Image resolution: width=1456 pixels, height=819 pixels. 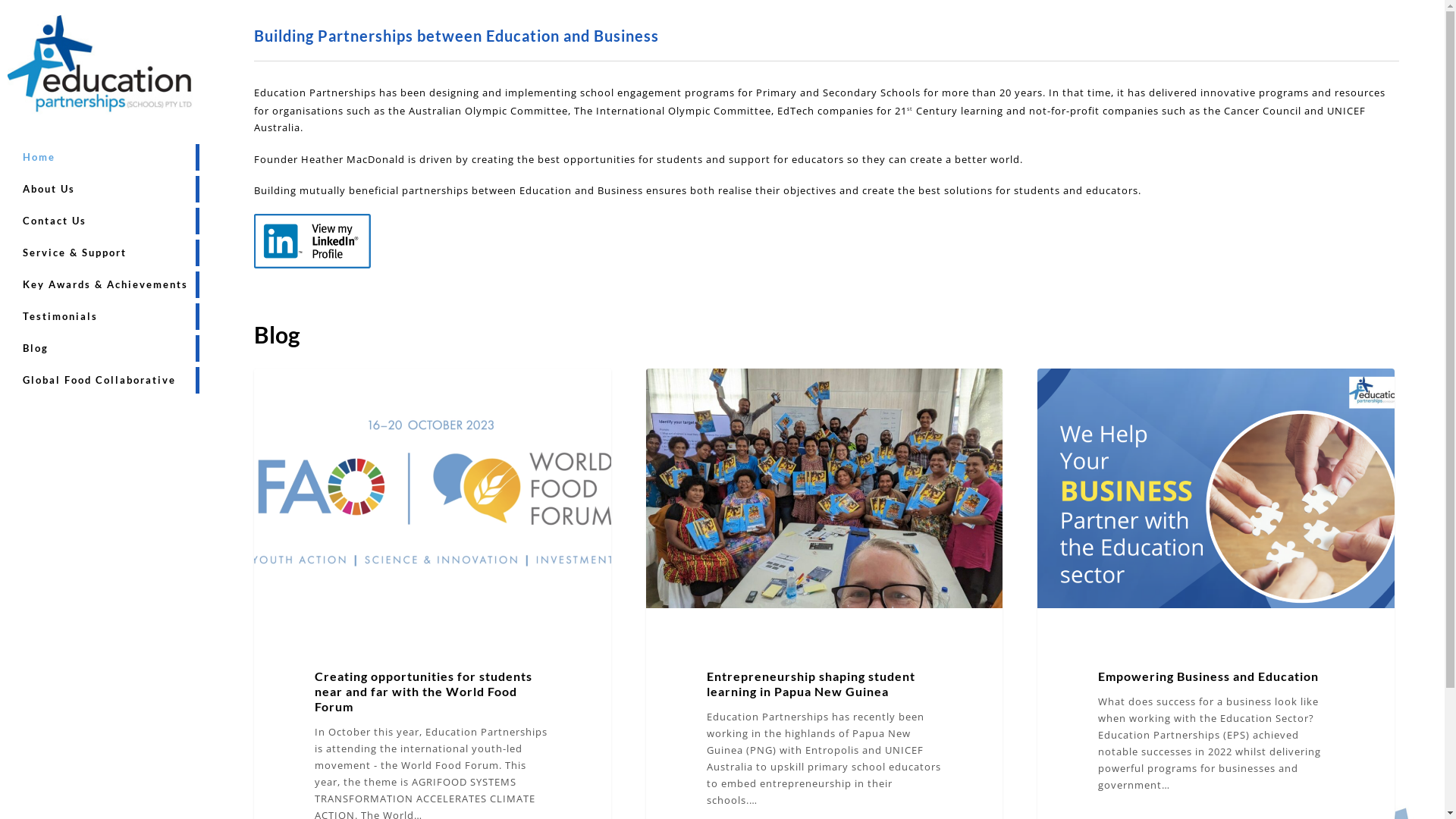 I want to click on 'Contact Us', so click(x=55, y=221).